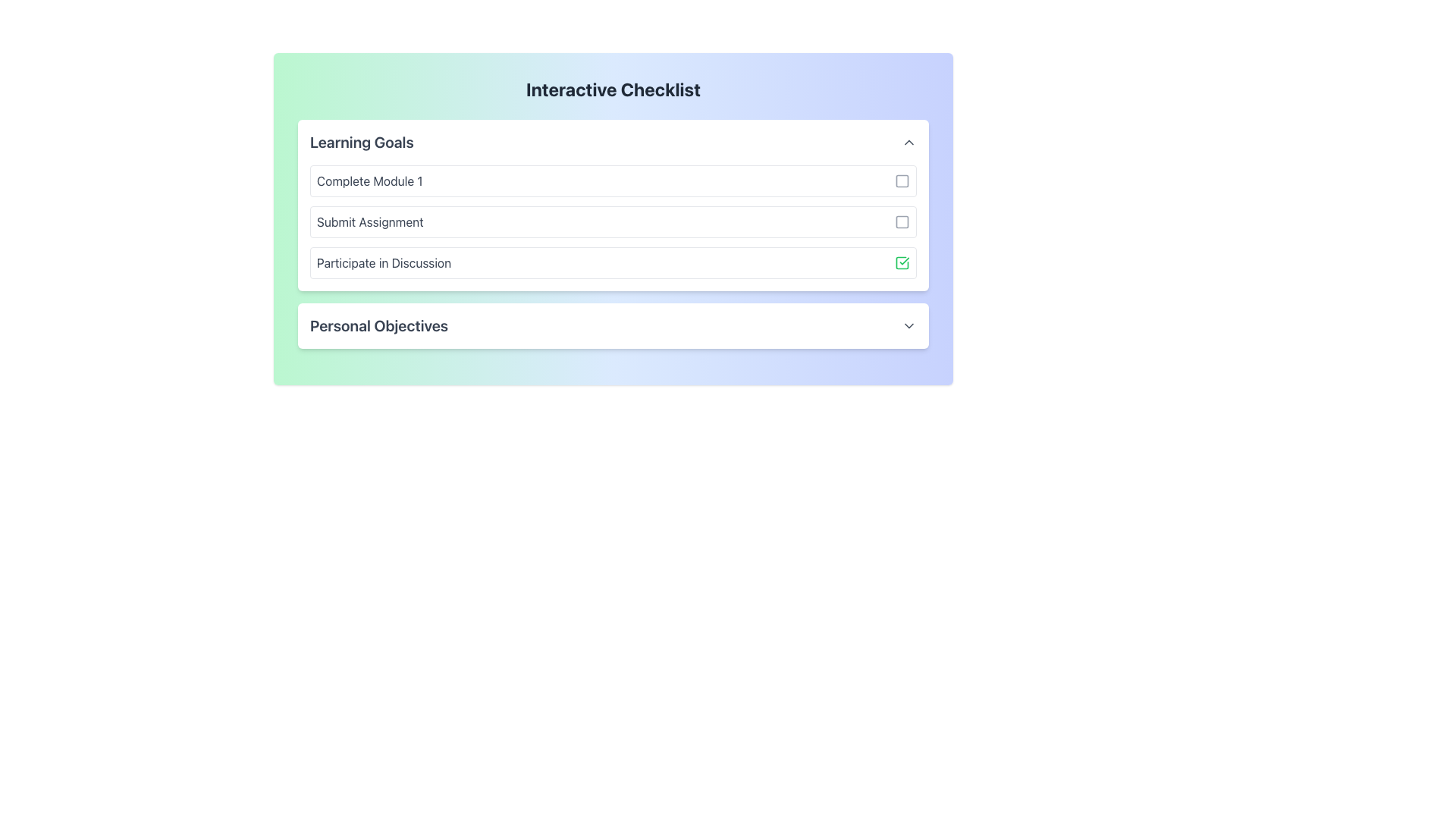 This screenshot has height=819, width=1456. What do you see at coordinates (902, 222) in the screenshot?
I see `the second square indicator checkbox next to the 'Submit Assignment' text in the 'Interactive Checklist' area` at bounding box center [902, 222].